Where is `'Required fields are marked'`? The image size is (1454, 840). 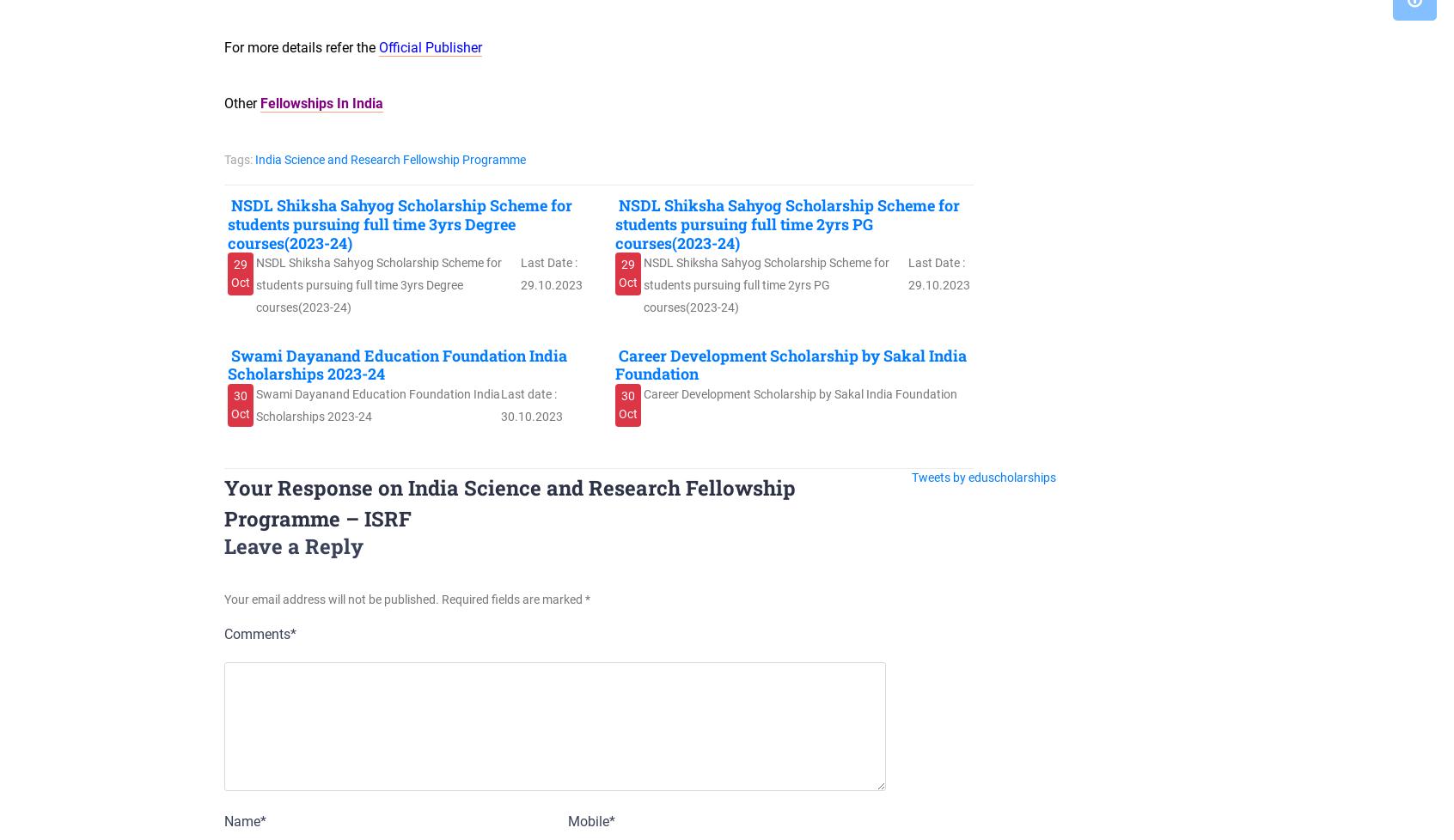
'Required fields are marked' is located at coordinates (512, 599).